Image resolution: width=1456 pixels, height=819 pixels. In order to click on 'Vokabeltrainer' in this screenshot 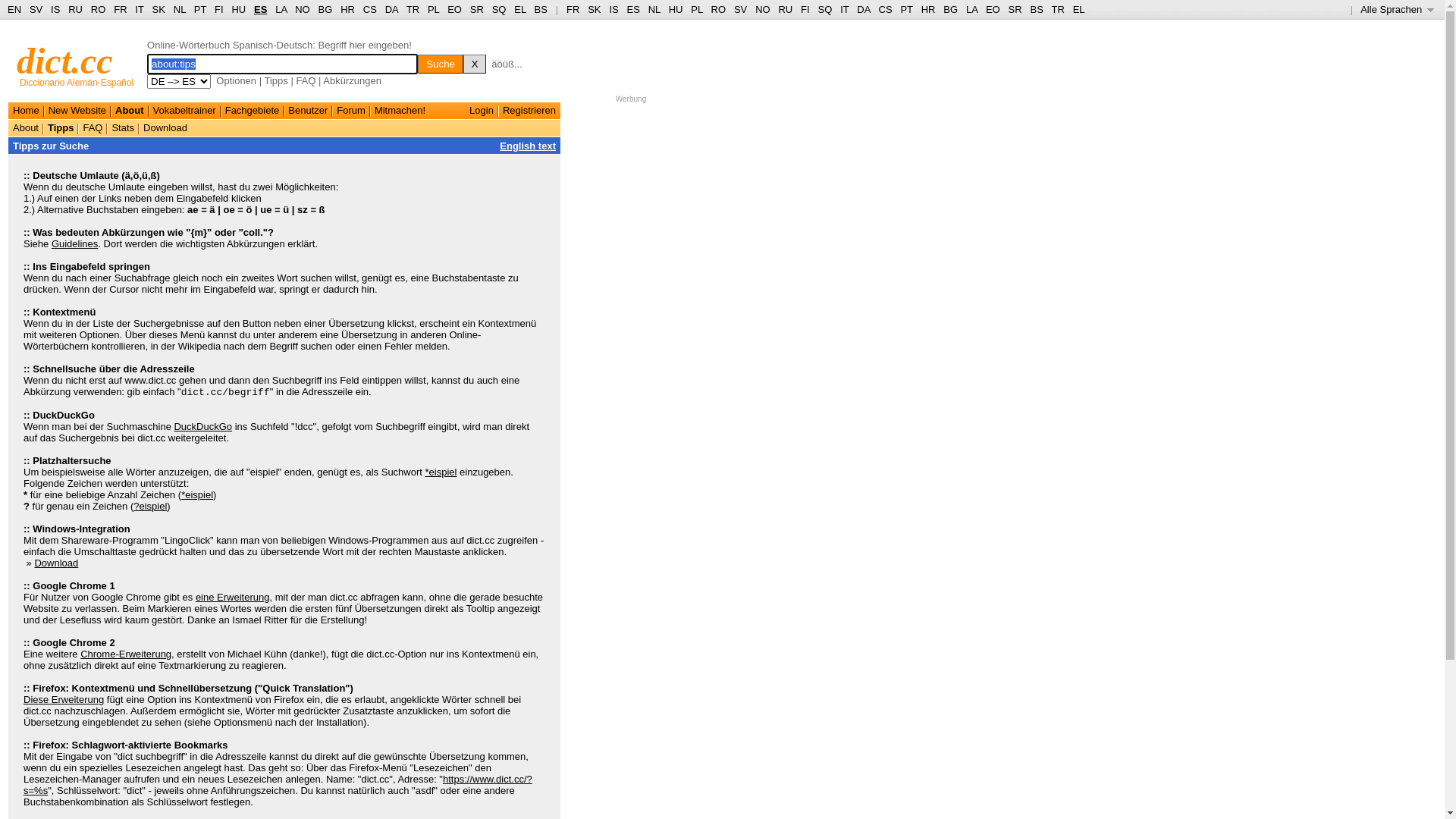, I will do `click(184, 109)`.